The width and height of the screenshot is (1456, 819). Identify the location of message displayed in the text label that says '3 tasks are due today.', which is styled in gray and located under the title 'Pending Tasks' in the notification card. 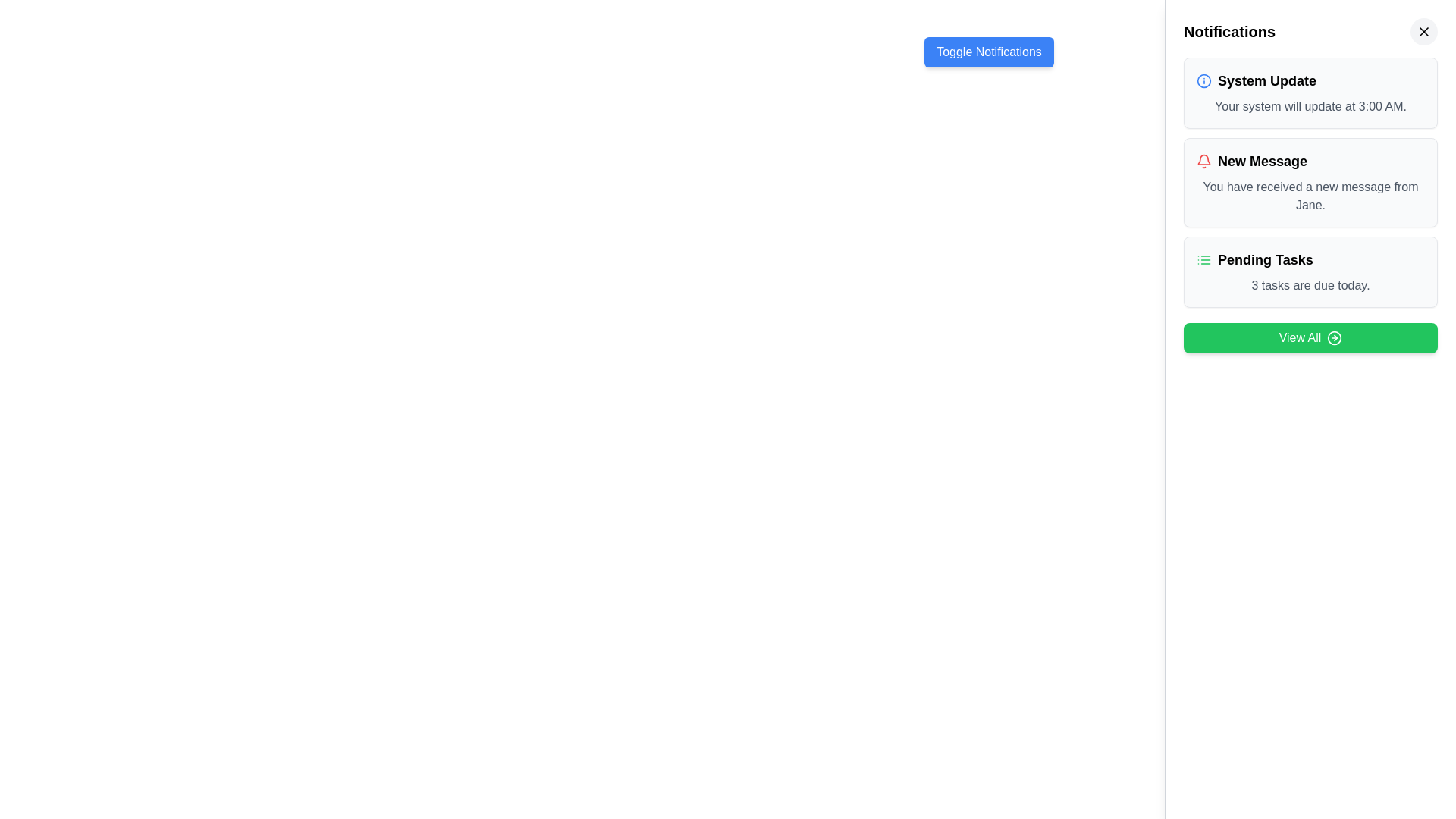
(1310, 286).